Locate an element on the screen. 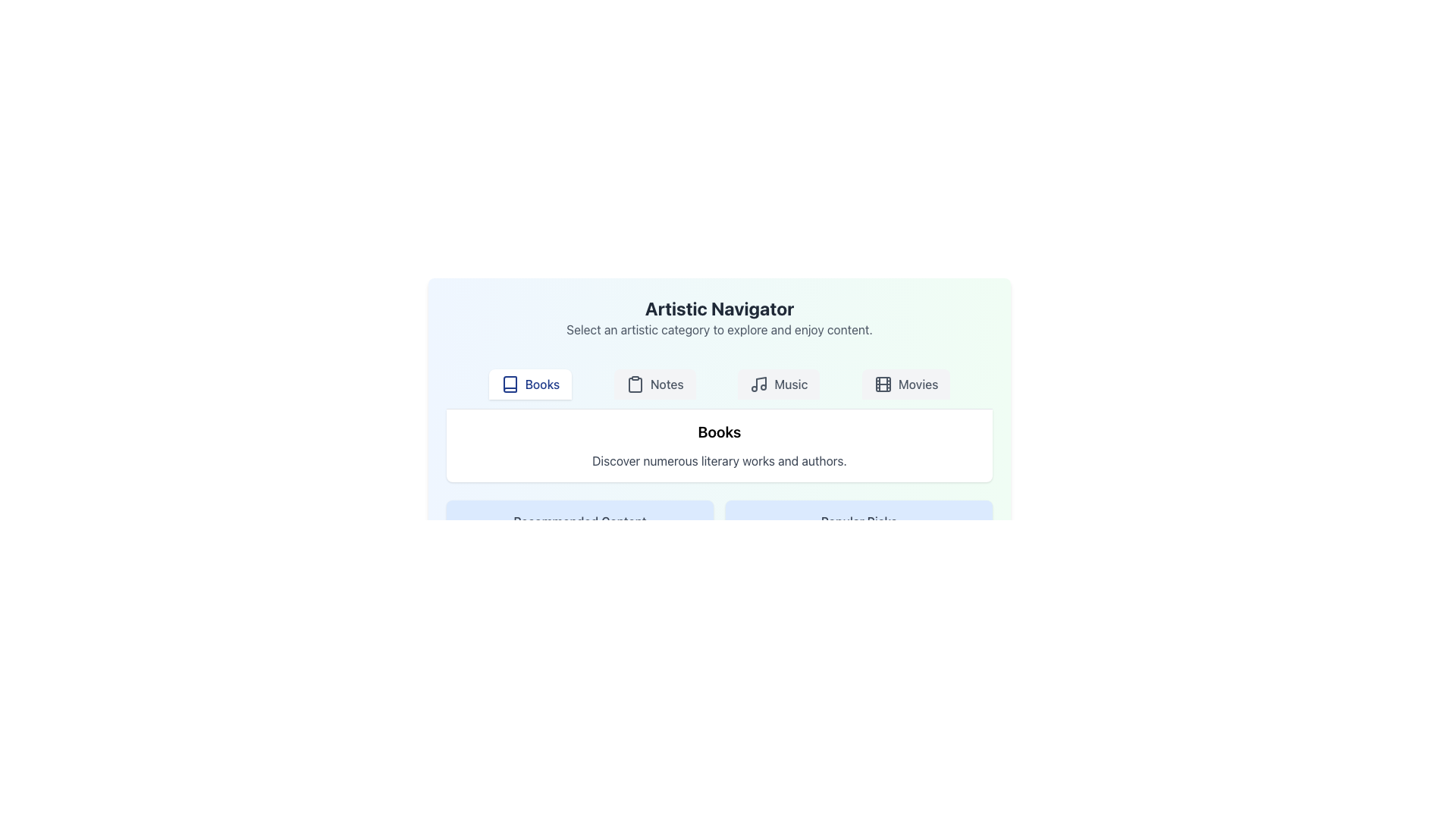  the Text Label that serves as a header for the book section, located in the upper-middle section of the interface is located at coordinates (719, 432).